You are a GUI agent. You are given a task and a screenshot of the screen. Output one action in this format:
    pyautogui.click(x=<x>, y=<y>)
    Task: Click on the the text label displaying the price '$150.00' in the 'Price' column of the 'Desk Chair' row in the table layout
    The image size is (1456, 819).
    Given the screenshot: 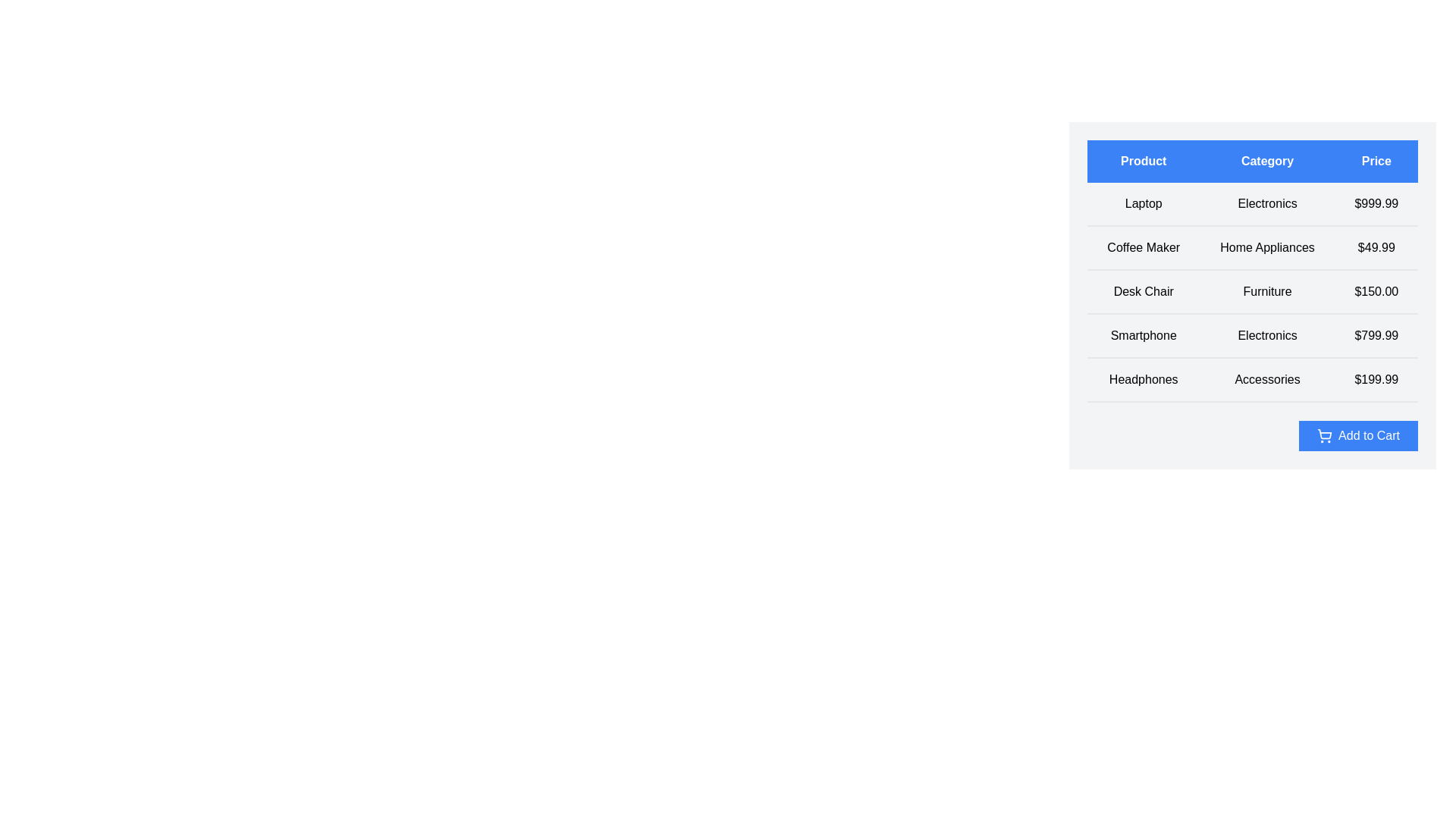 What is the action you would take?
    pyautogui.click(x=1376, y=292)
    